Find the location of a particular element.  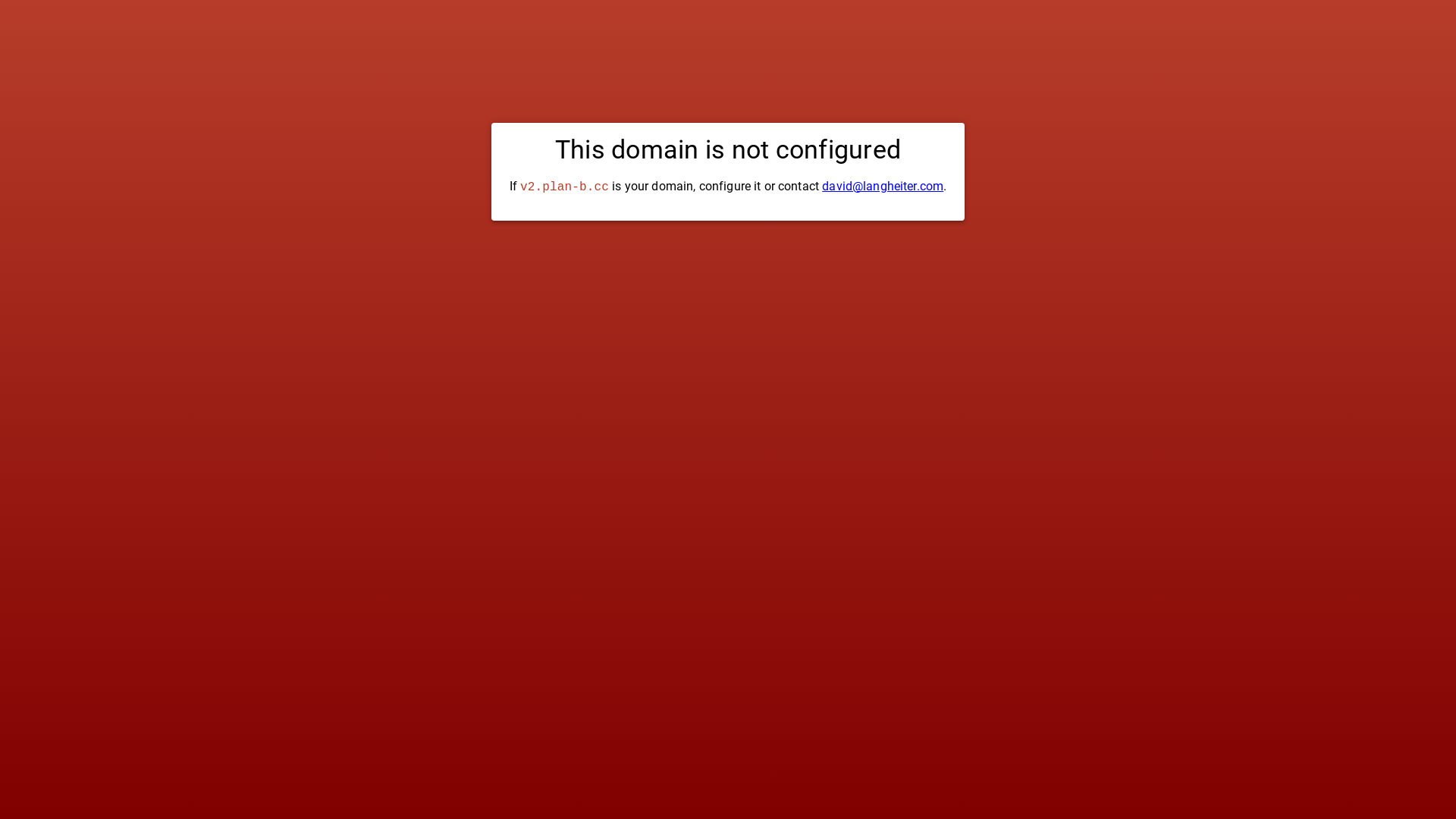

'david@langheiter.com' is located at coordinates (821, 185).